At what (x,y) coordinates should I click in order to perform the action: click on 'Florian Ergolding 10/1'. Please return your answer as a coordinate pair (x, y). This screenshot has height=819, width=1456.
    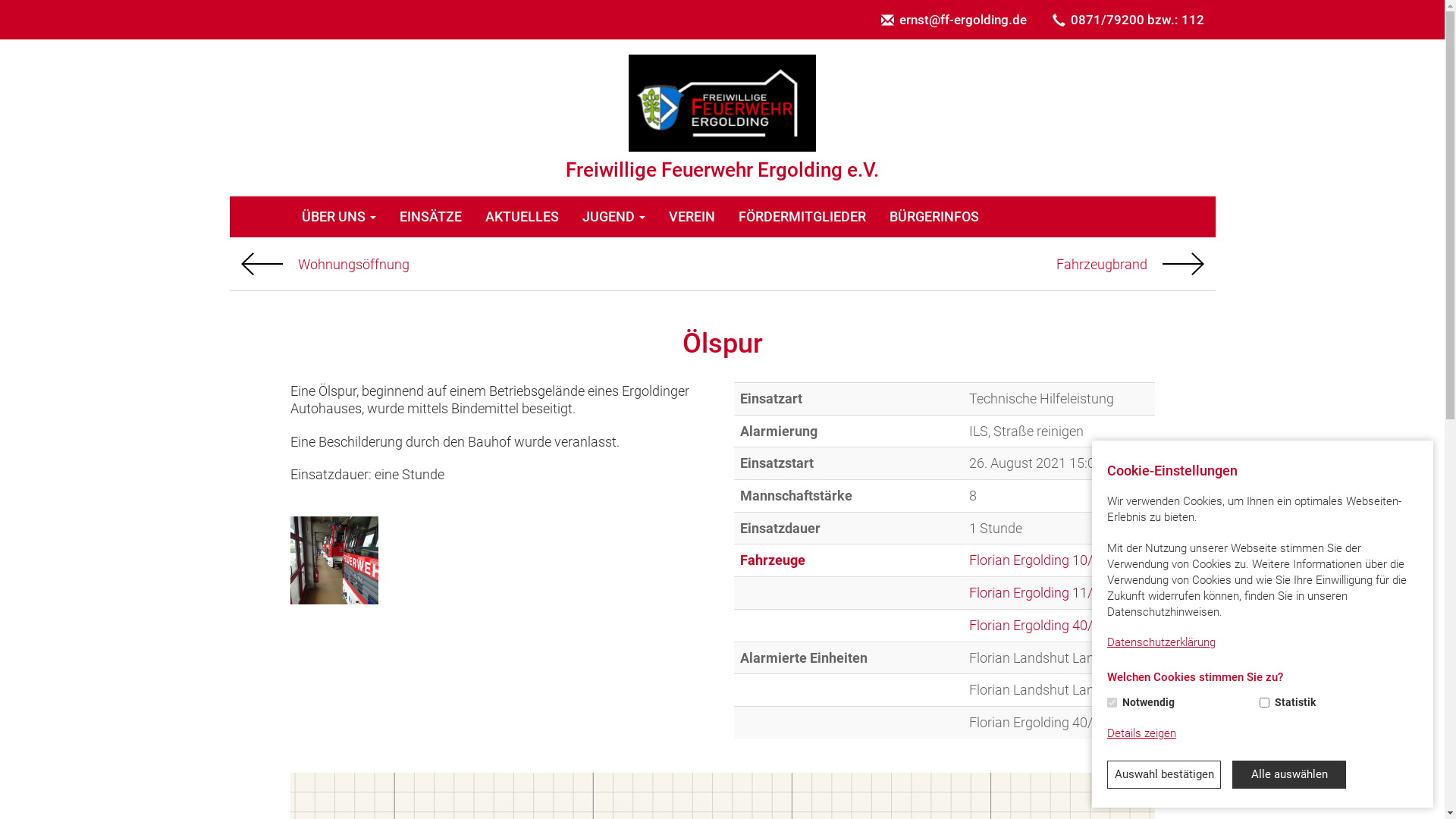
    Looking at the image, I should click on (1034, 560).